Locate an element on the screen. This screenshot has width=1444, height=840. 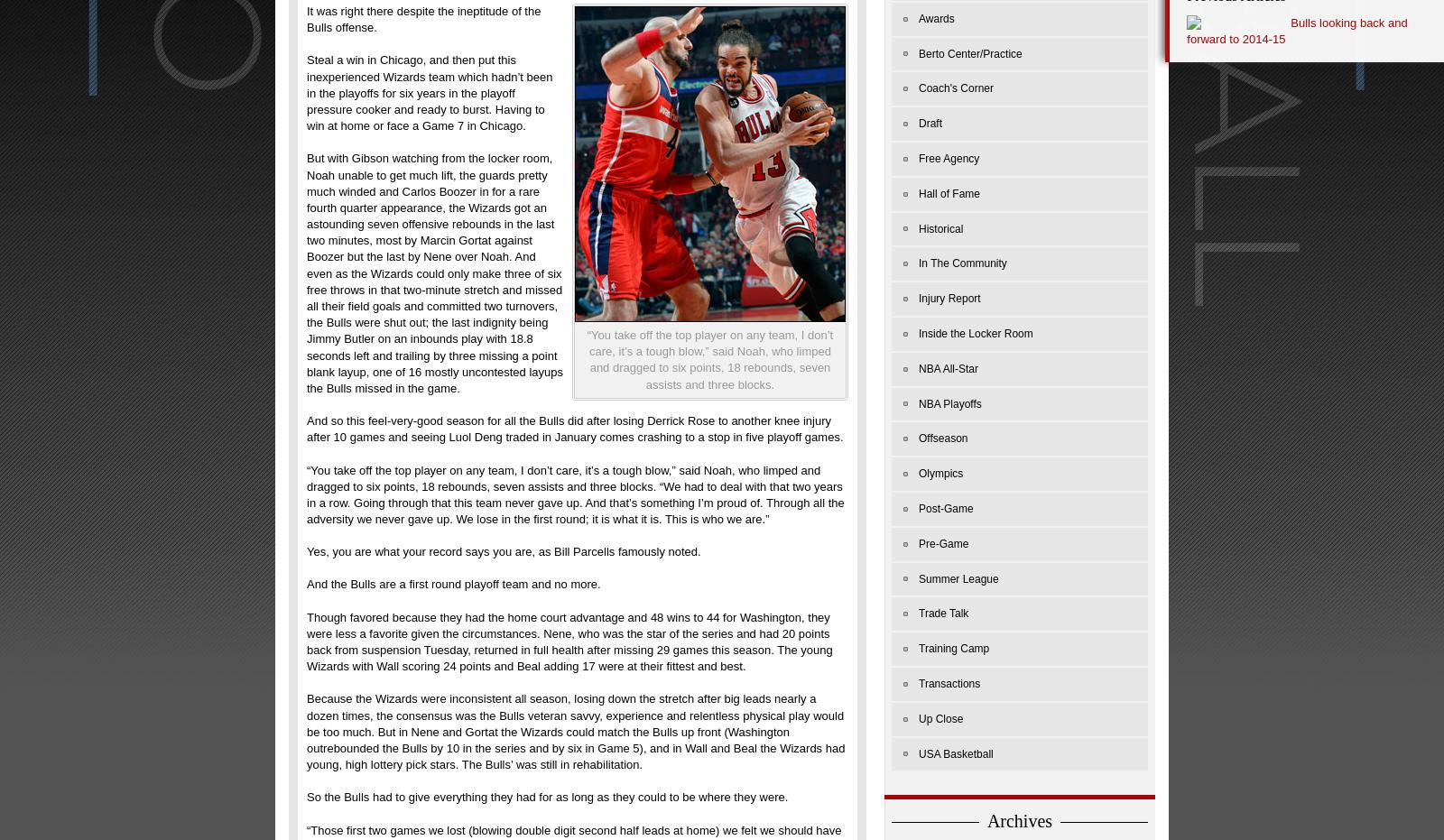
'Free Agency' is located at coordinates (949, 157).